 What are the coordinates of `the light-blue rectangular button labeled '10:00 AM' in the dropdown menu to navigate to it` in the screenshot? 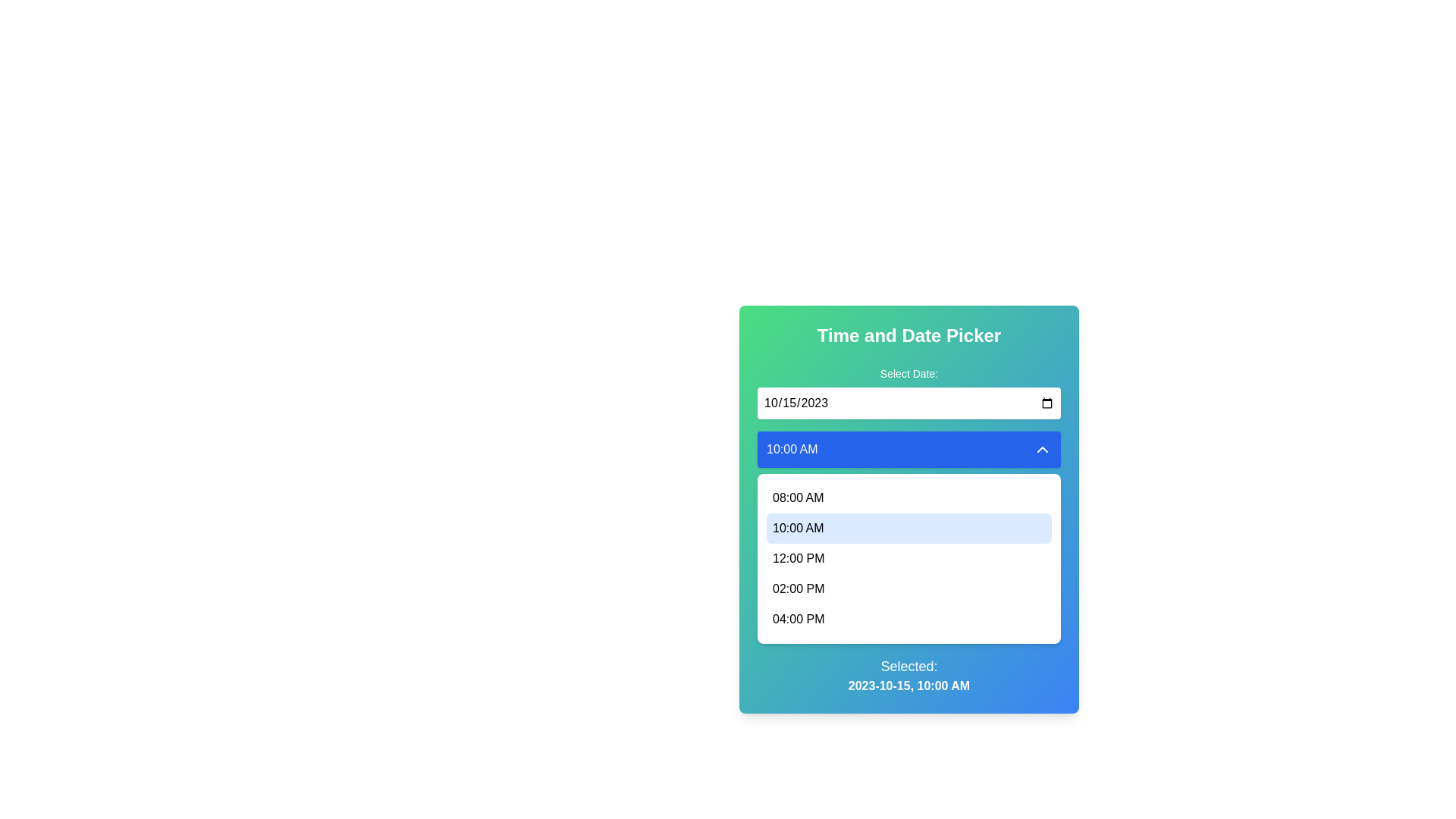 It's located at (909, 537).